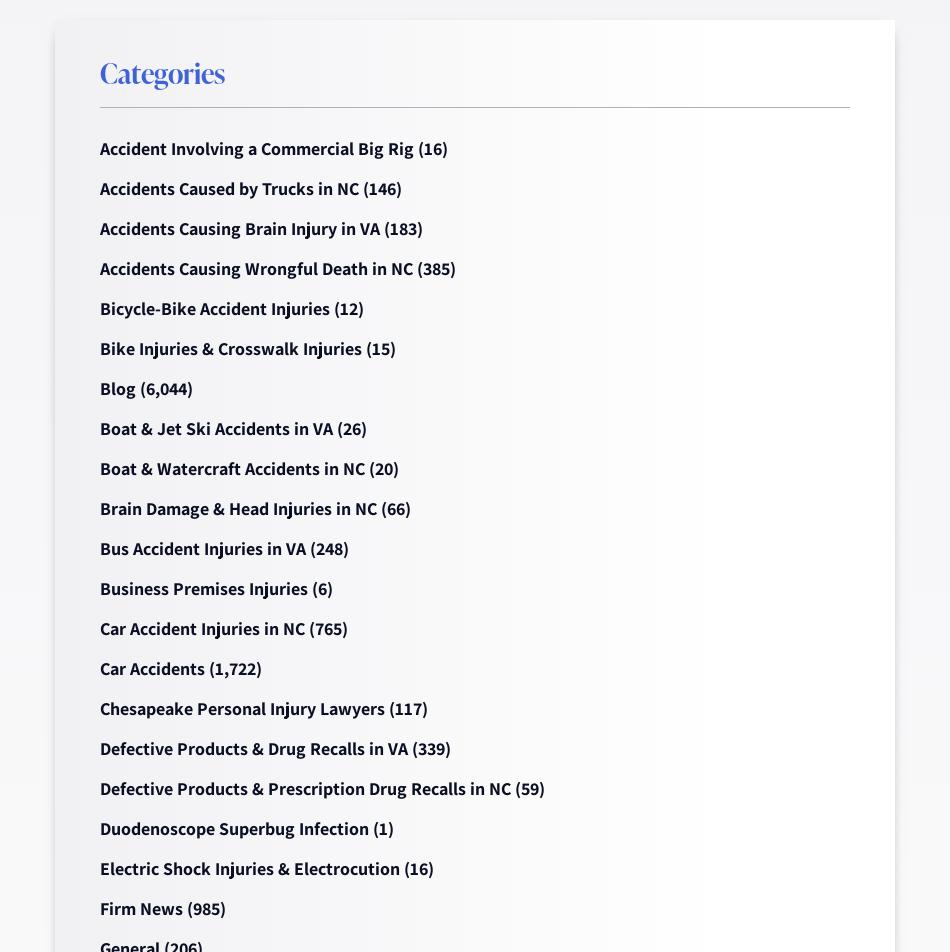 The width and height of the screenshot is (950, 952). Describe the element at coordinates (405, 708) in the screenshot. I see `'(117)'` at that location.